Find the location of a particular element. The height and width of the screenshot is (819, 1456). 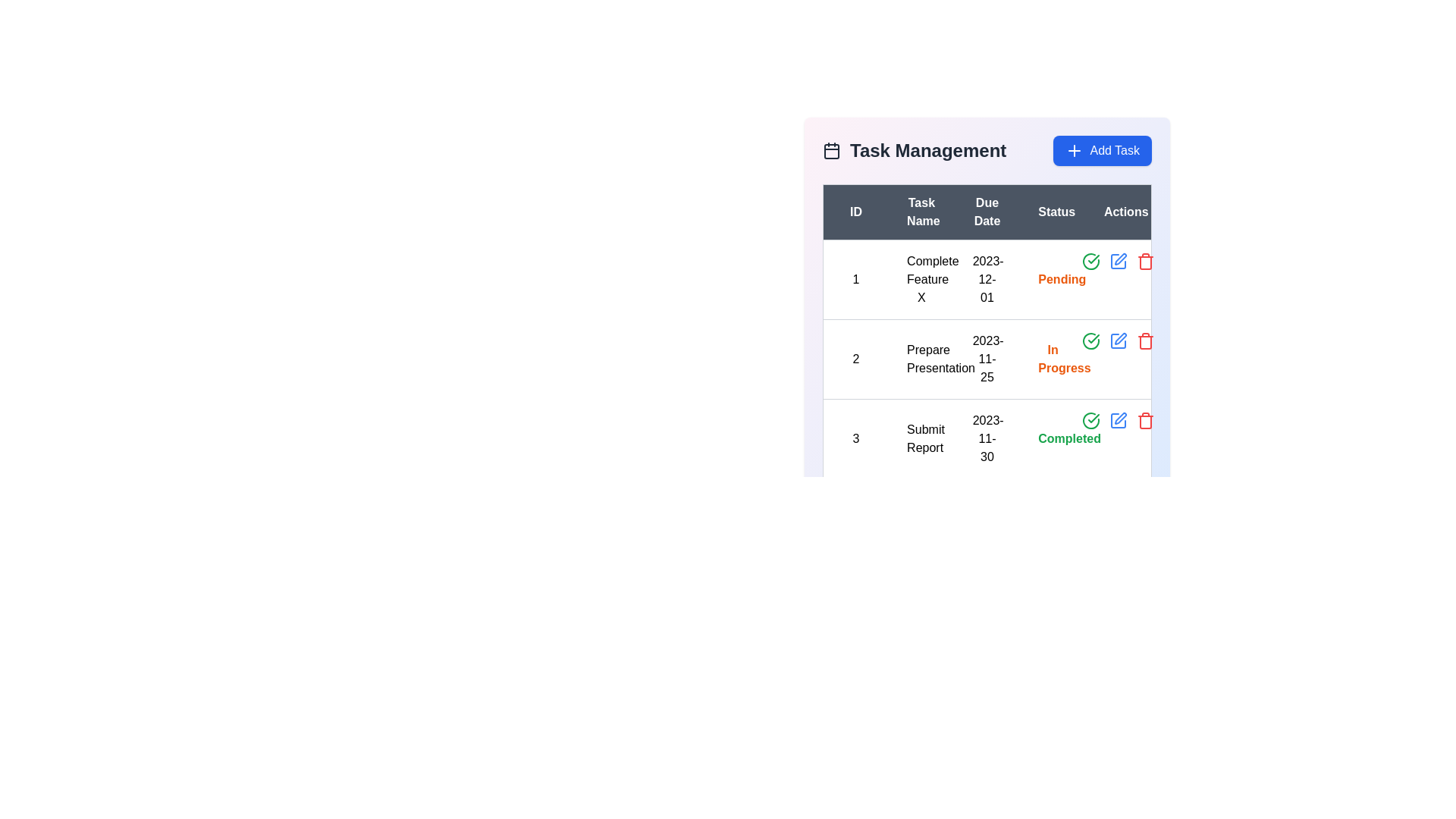

the icon button in the 'Actions' column of the second row in the 'Task Management' table to initiate the edit action for the task named 'Prepare Presentation' is located at coordinates (1118, 341).